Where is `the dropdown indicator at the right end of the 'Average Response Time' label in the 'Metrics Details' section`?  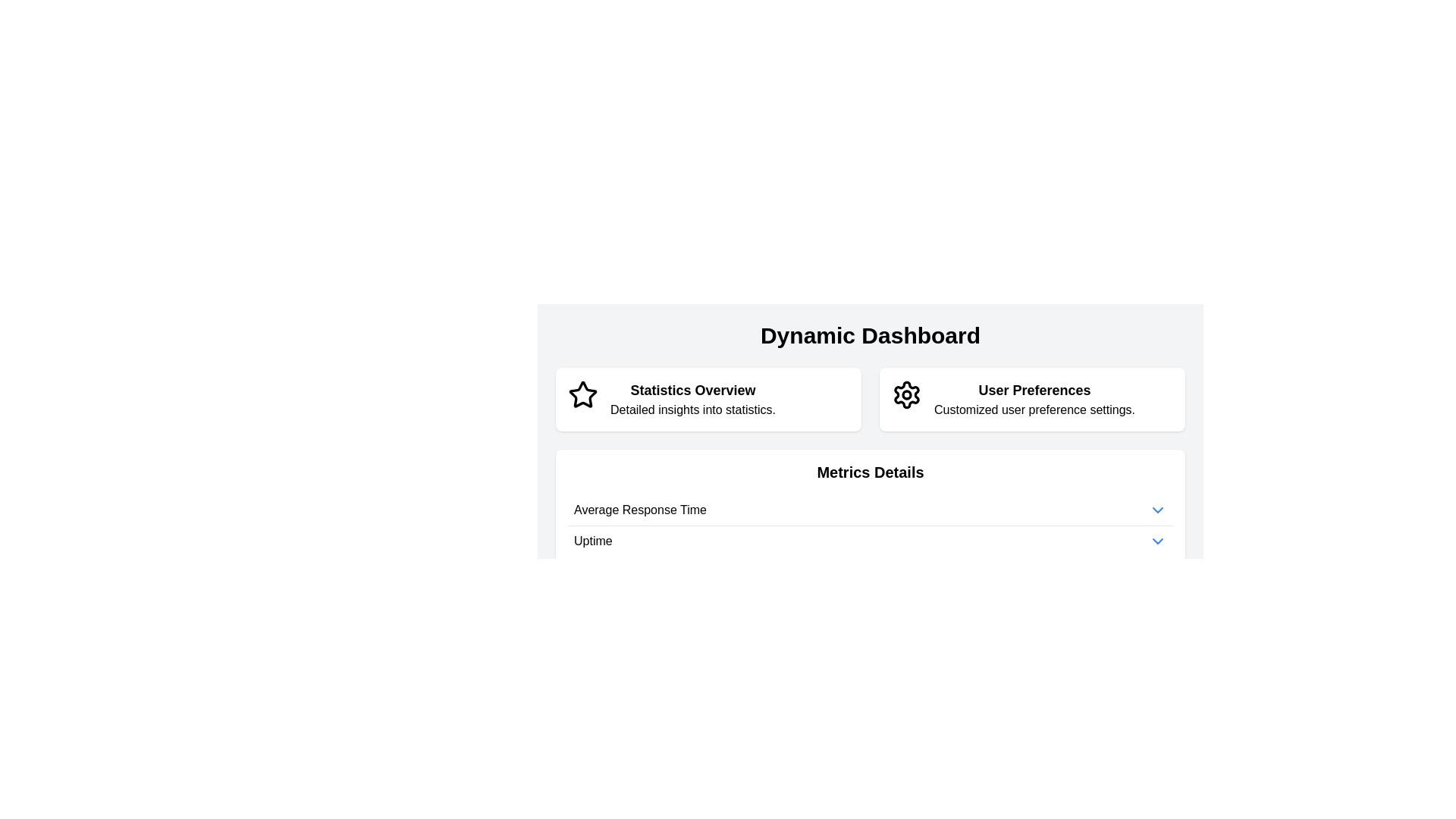 the dropdown indicator at the right end of the 'Average Response Time' label in the 'Metrics Details' section is located at coordinates (1156, 510).